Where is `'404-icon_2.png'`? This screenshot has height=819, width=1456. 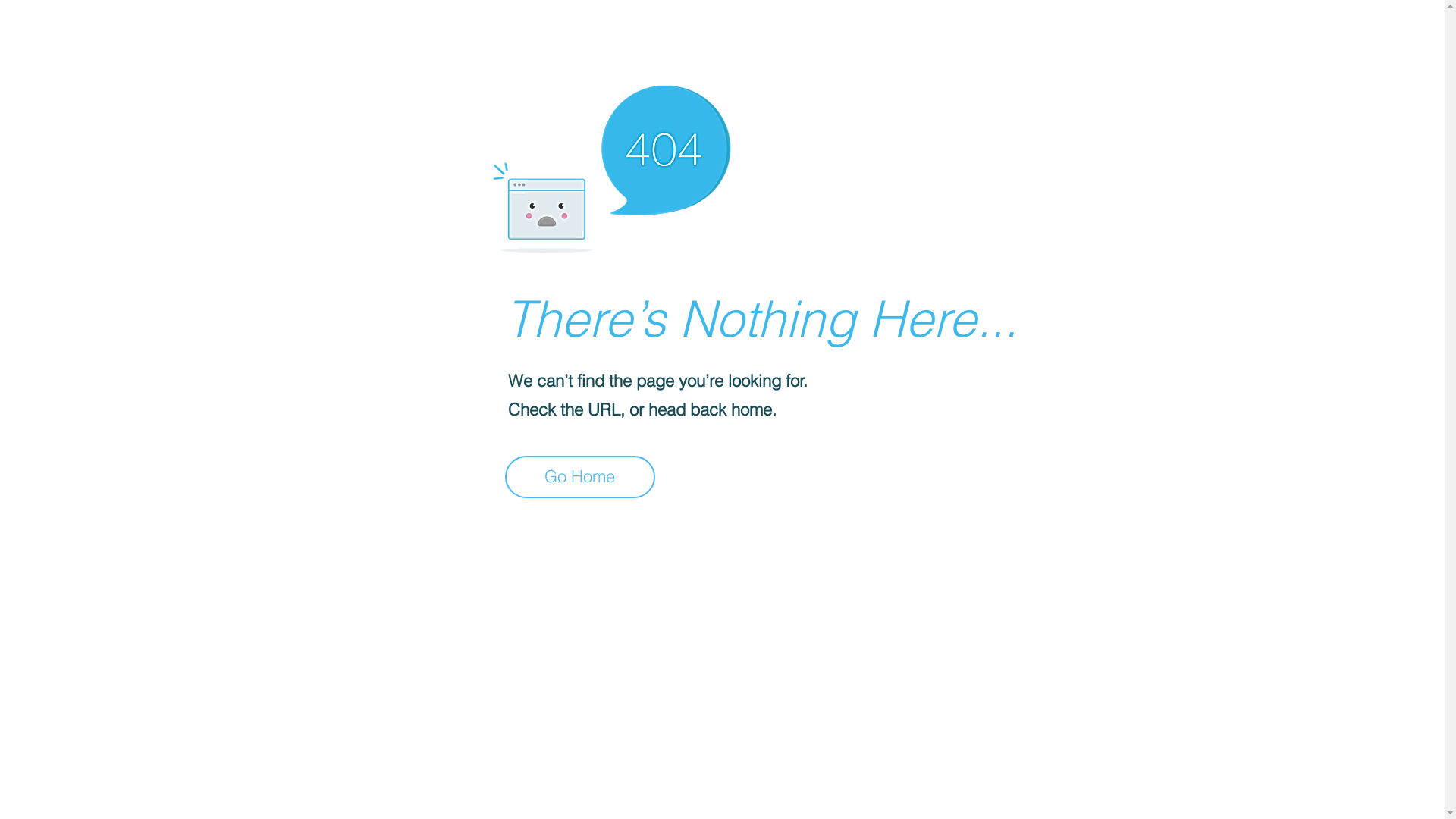 '404-icon_2.png' is located at coordinates (610, 165).